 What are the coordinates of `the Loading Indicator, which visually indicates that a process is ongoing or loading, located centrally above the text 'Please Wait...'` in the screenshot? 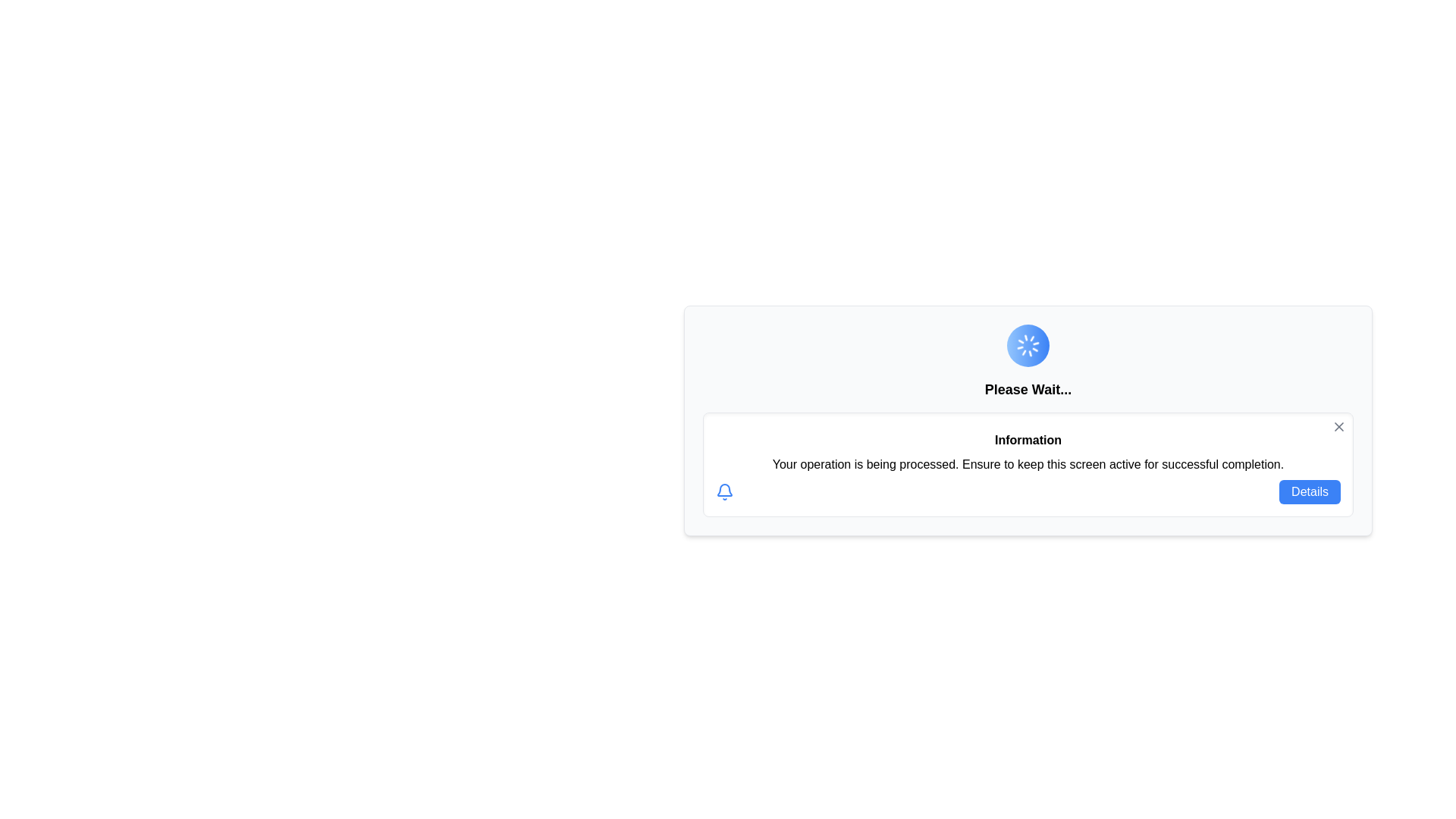 It's located at (1028, 345).